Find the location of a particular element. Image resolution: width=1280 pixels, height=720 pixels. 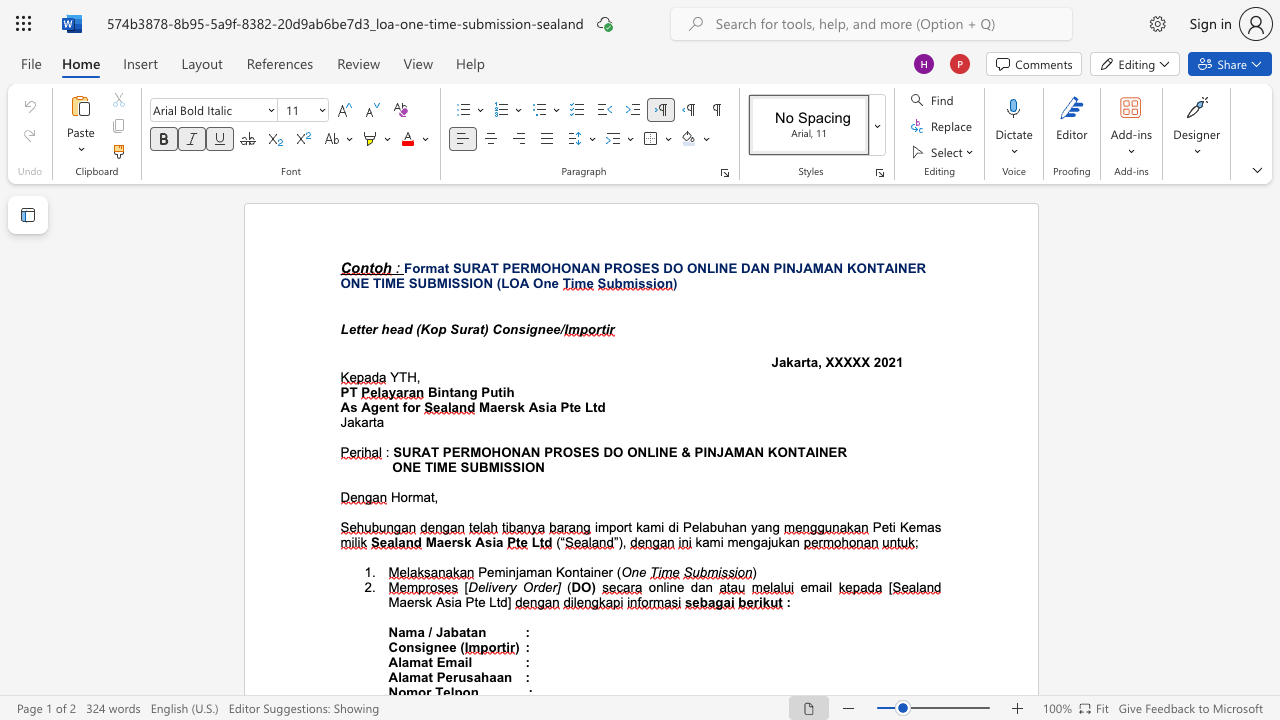

the subset text "k Asia Pte Ltd" within the text "Maersk Asia Pte Ltd" is located at coordinates (517, 406).